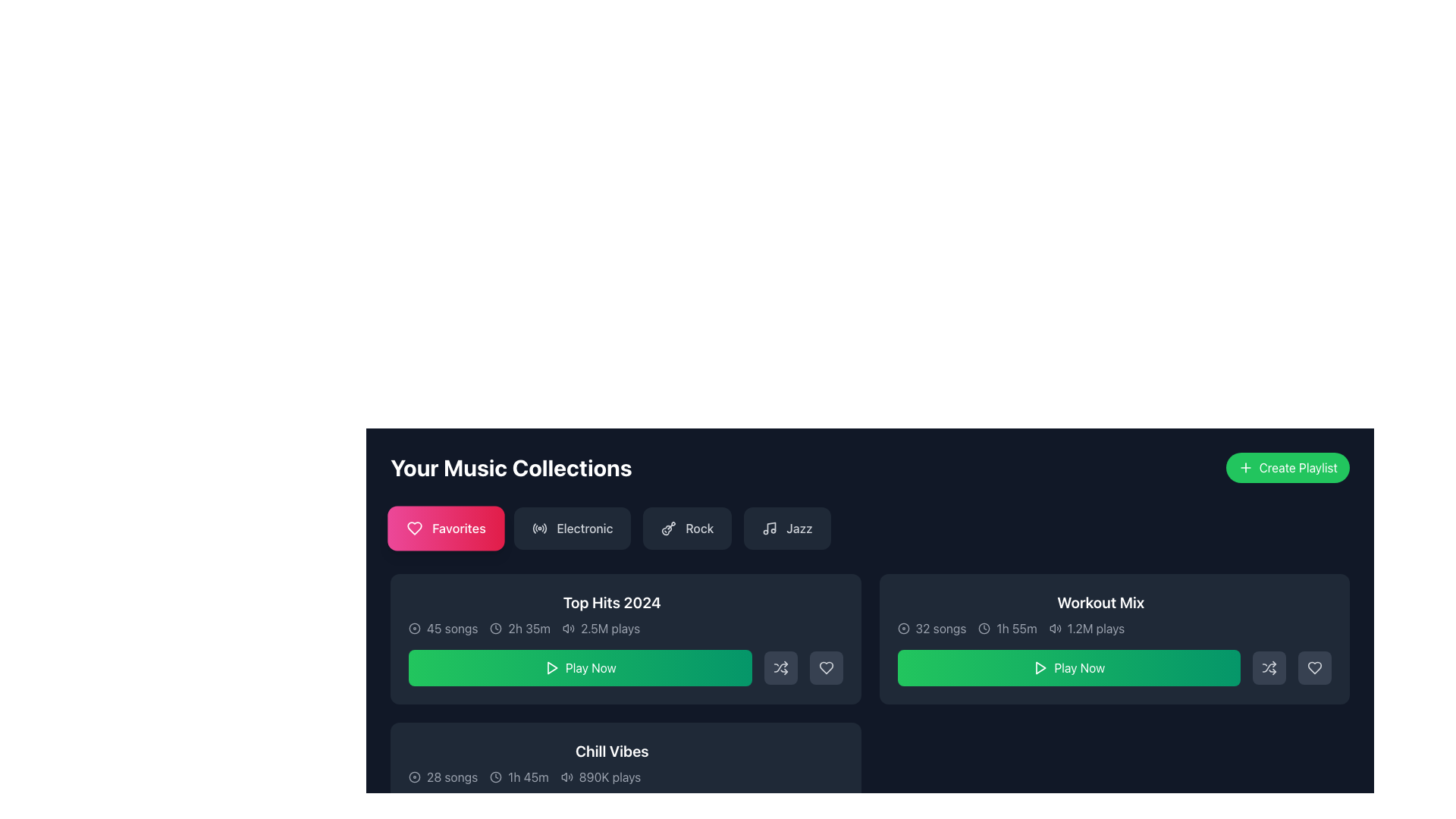 The height and width of the screenshot is (819, 1456). What do you see at coordinates (612, 763) in the screenshot?
I see `the title of the music playlist metadata display element located in the lower section of the 'Your Music Collections' interface, specifically within the third card` at bounding box center [612, 763].